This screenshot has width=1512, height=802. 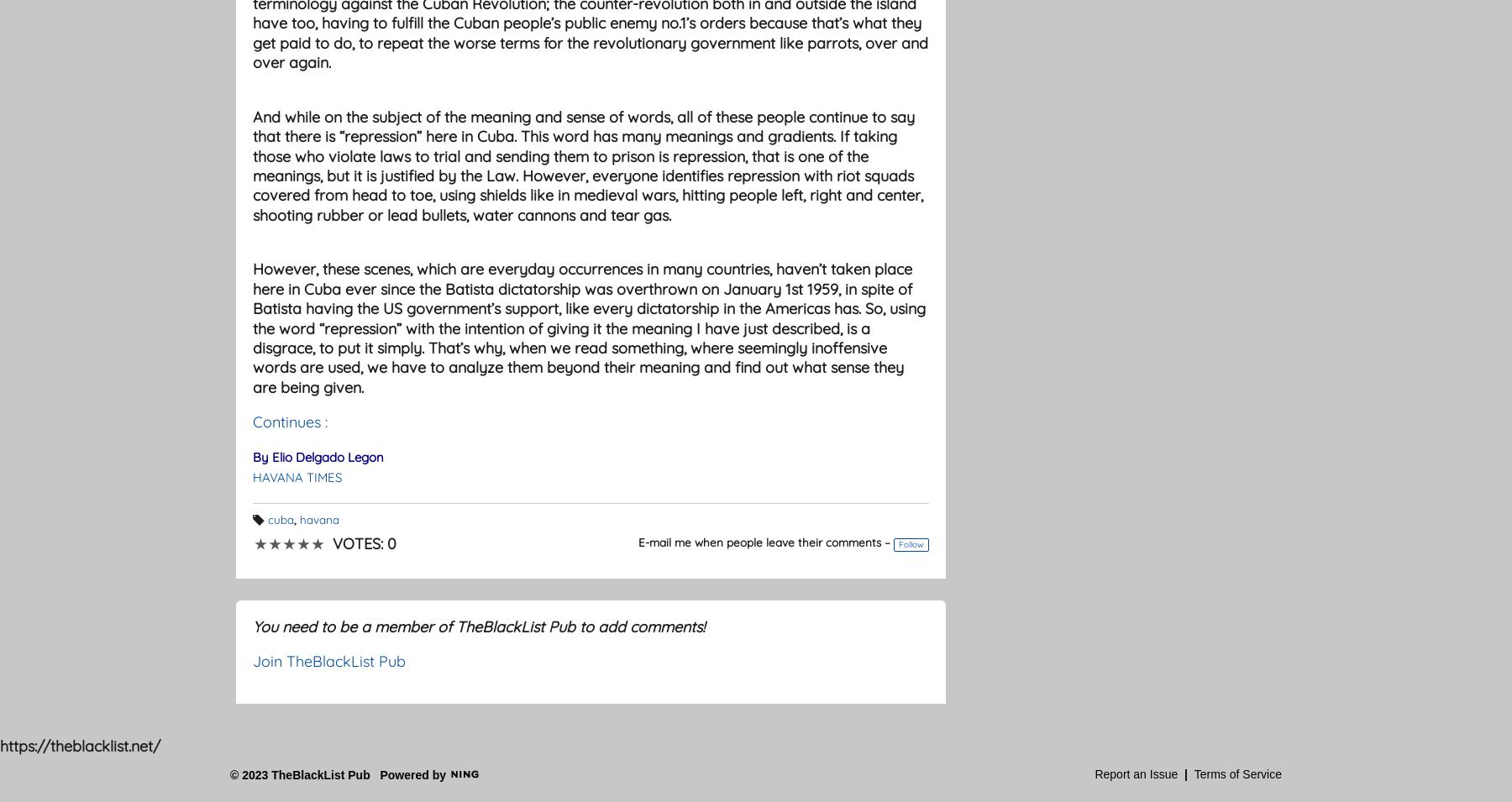 What do you see at coordinates (364, 542) in the screenshot?
I see `'Votes: 0'` at bounding box center [364, 542].